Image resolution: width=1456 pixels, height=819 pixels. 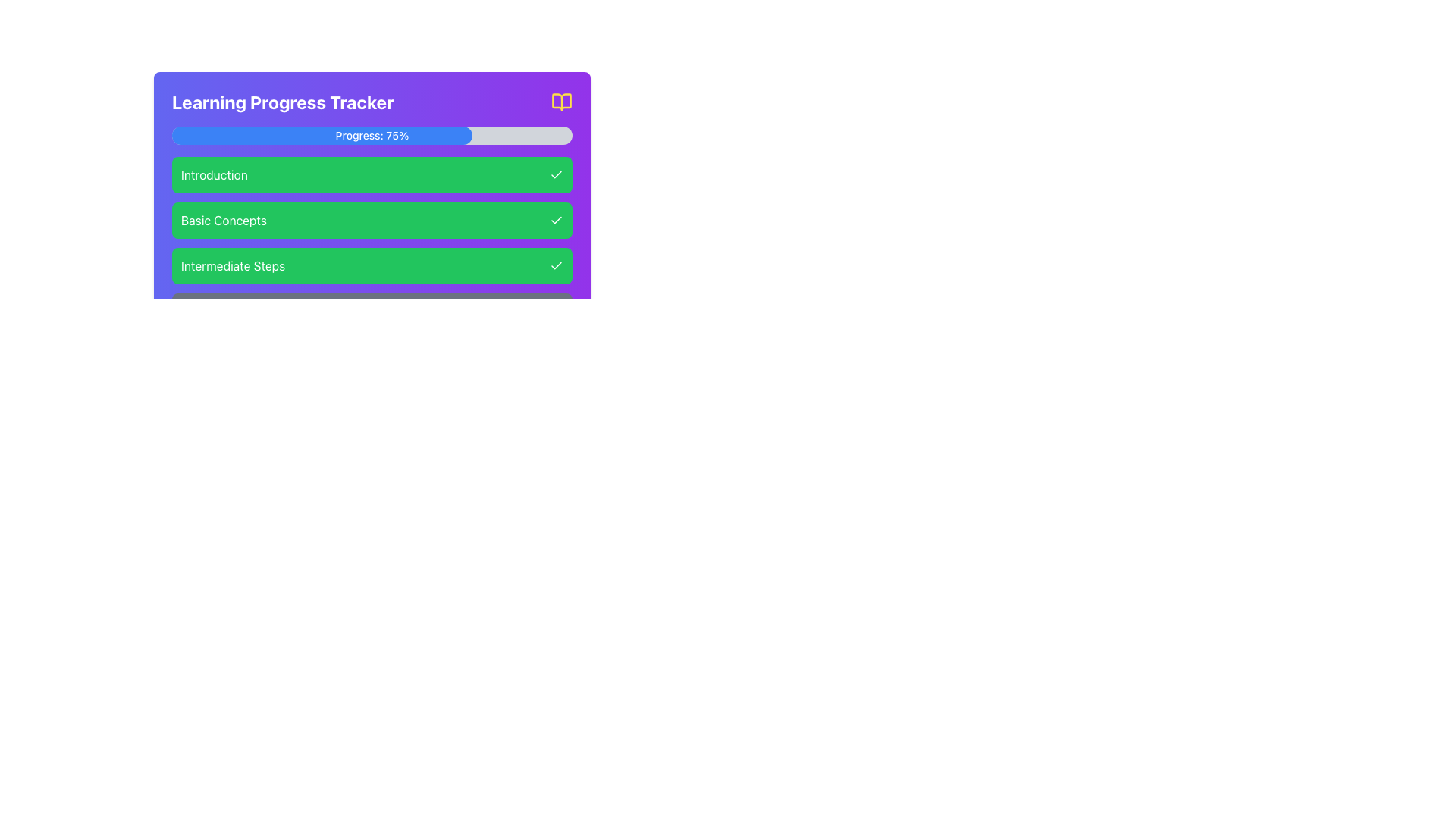 What do you see at coordinates (232, 265) in the screenshot?
I see `the Text Label that indicates progress in the Learning Progress Tracker, specifically the third block from the top, located below 'Introduction' and 'Basic Concepts'` at bounding box center [232, 265].